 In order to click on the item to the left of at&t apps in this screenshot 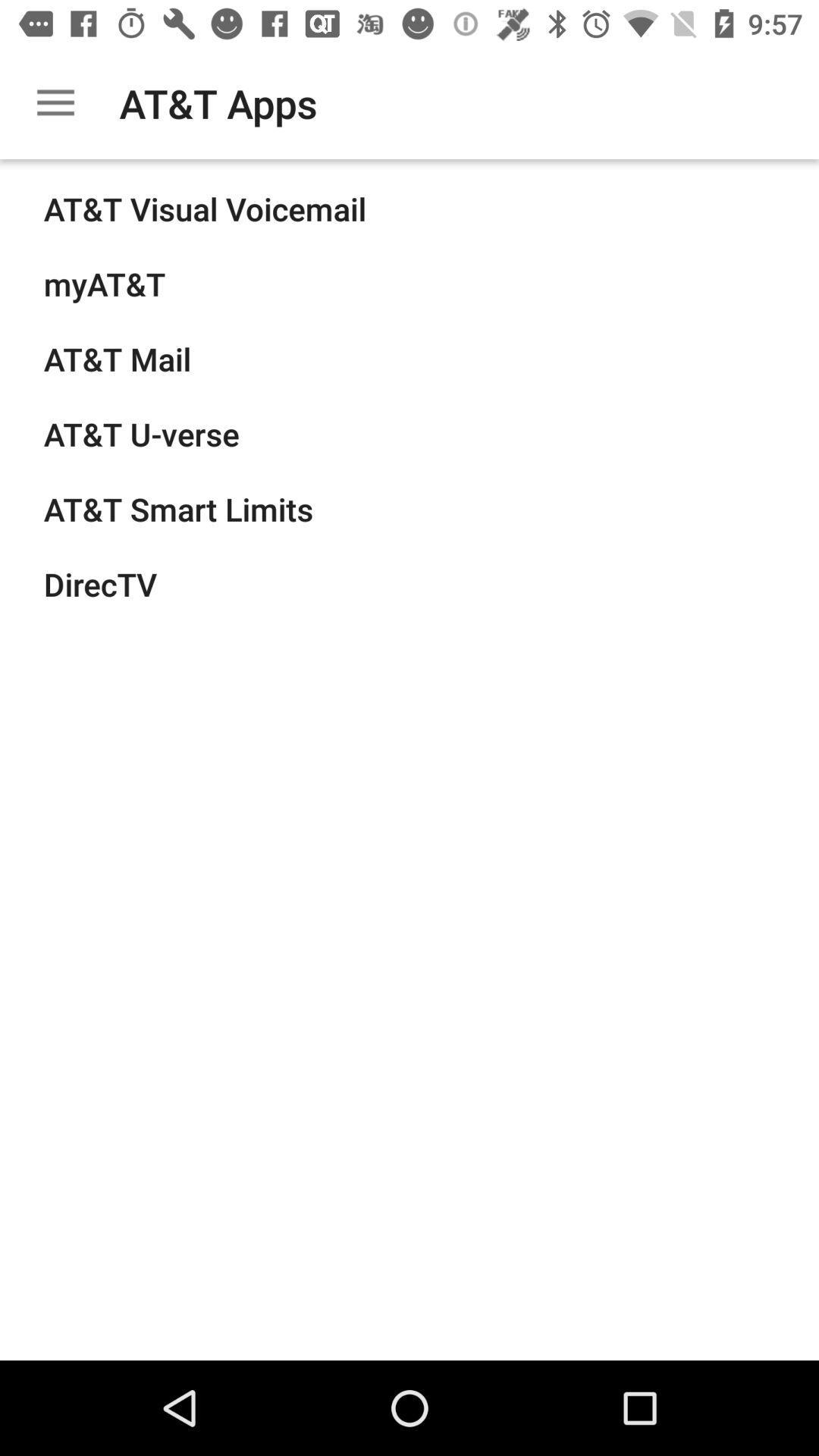, I will do `click(55, 102)`.